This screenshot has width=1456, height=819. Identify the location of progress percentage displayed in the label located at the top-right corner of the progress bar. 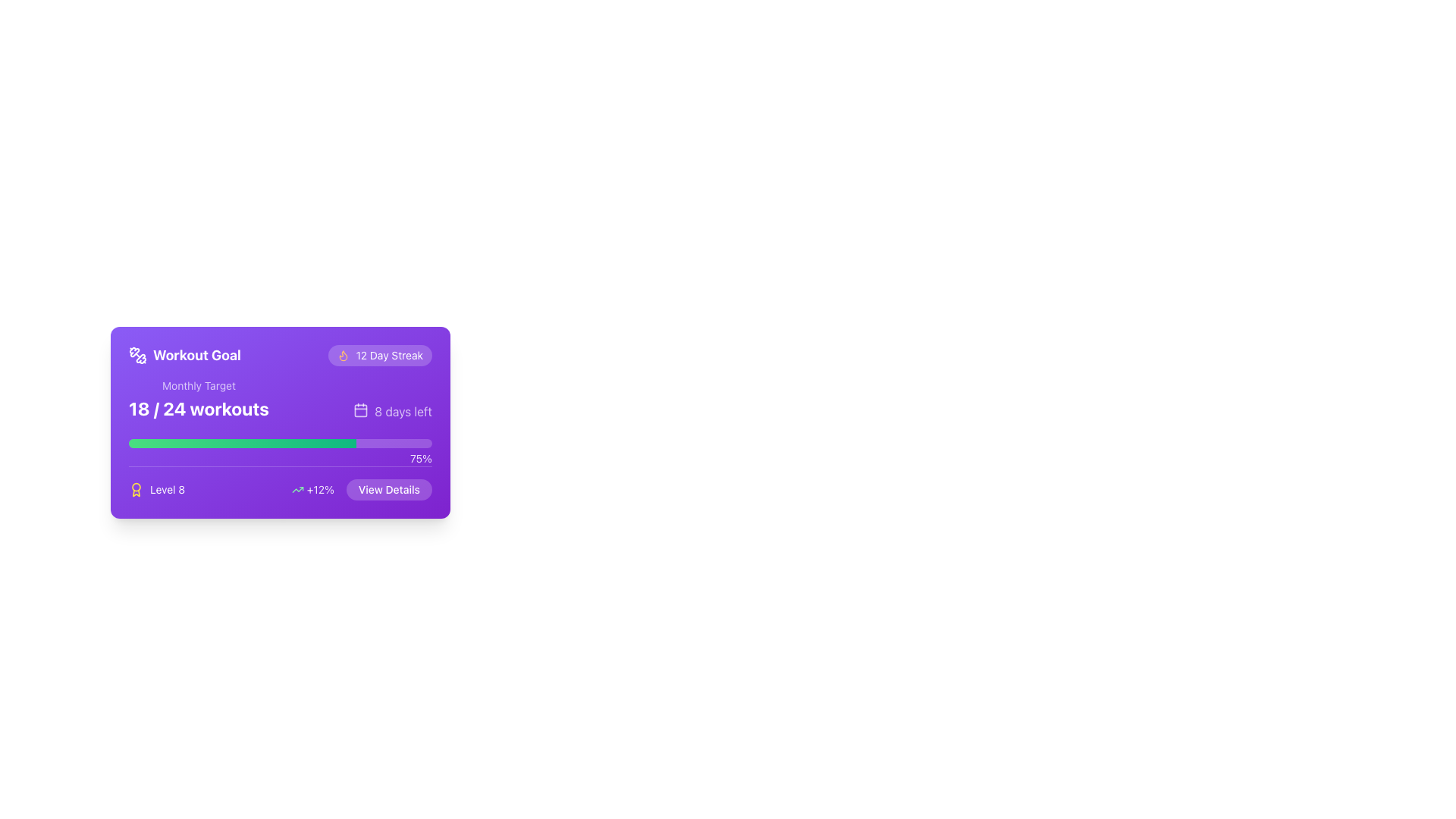
(421, 458).